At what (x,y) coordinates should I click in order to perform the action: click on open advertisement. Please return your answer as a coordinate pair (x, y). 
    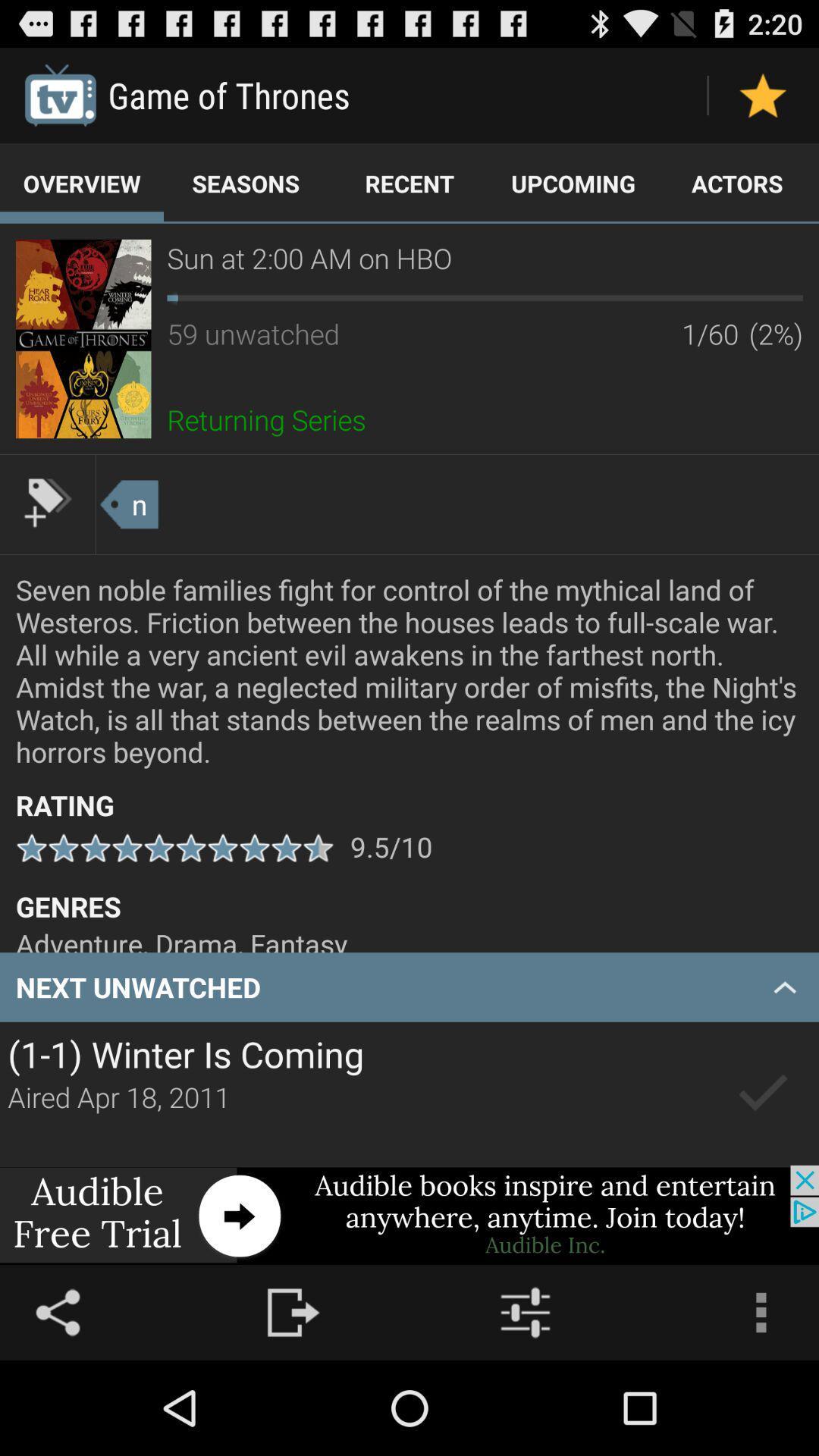
    Looking at the image, I should click on (409, 1215).